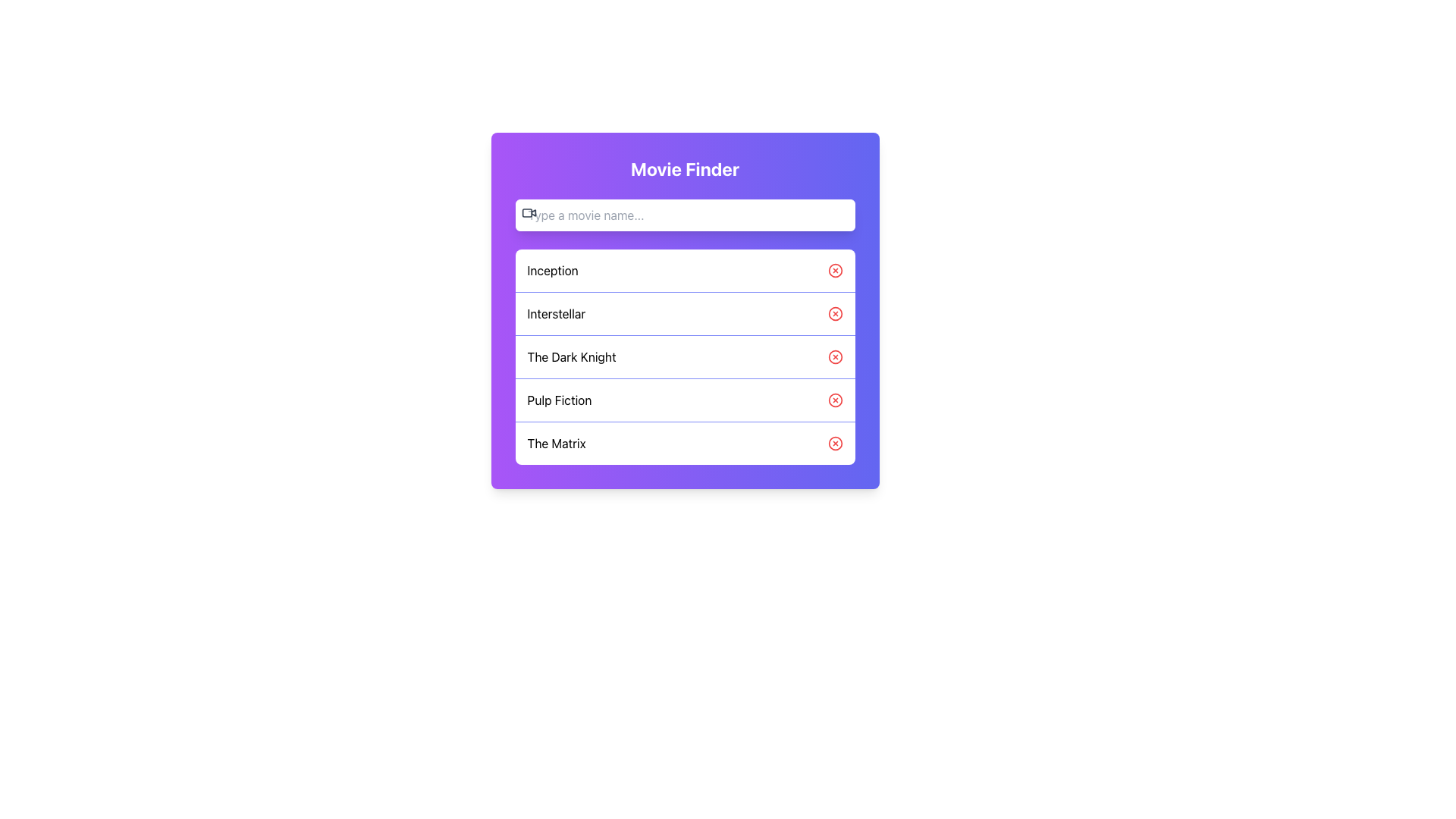 This screenshot has width=1456, height=819. What do you see at coordinates (834, 270) in the screenshot?
I see `the red circular icon with an 'X' inside, located to the right of the 'Inception' list item` at bounding box center [834, 270].